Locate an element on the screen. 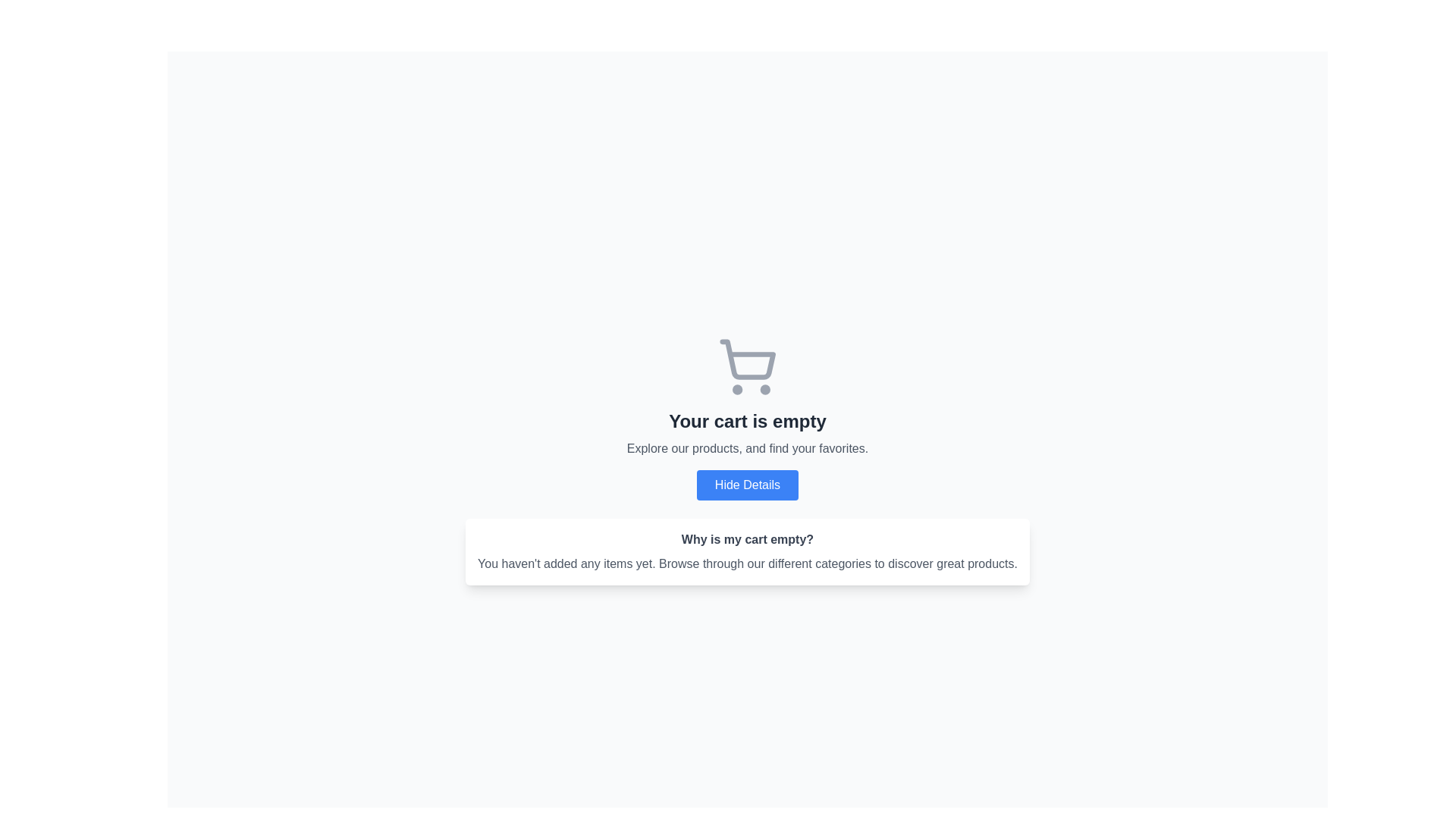 This screenshot has height=819, width=1456. the shopping cart icon, which is a gray line-art style icon centrally located above the 'Your cart is empty' text is located at coordinates (747, 366).